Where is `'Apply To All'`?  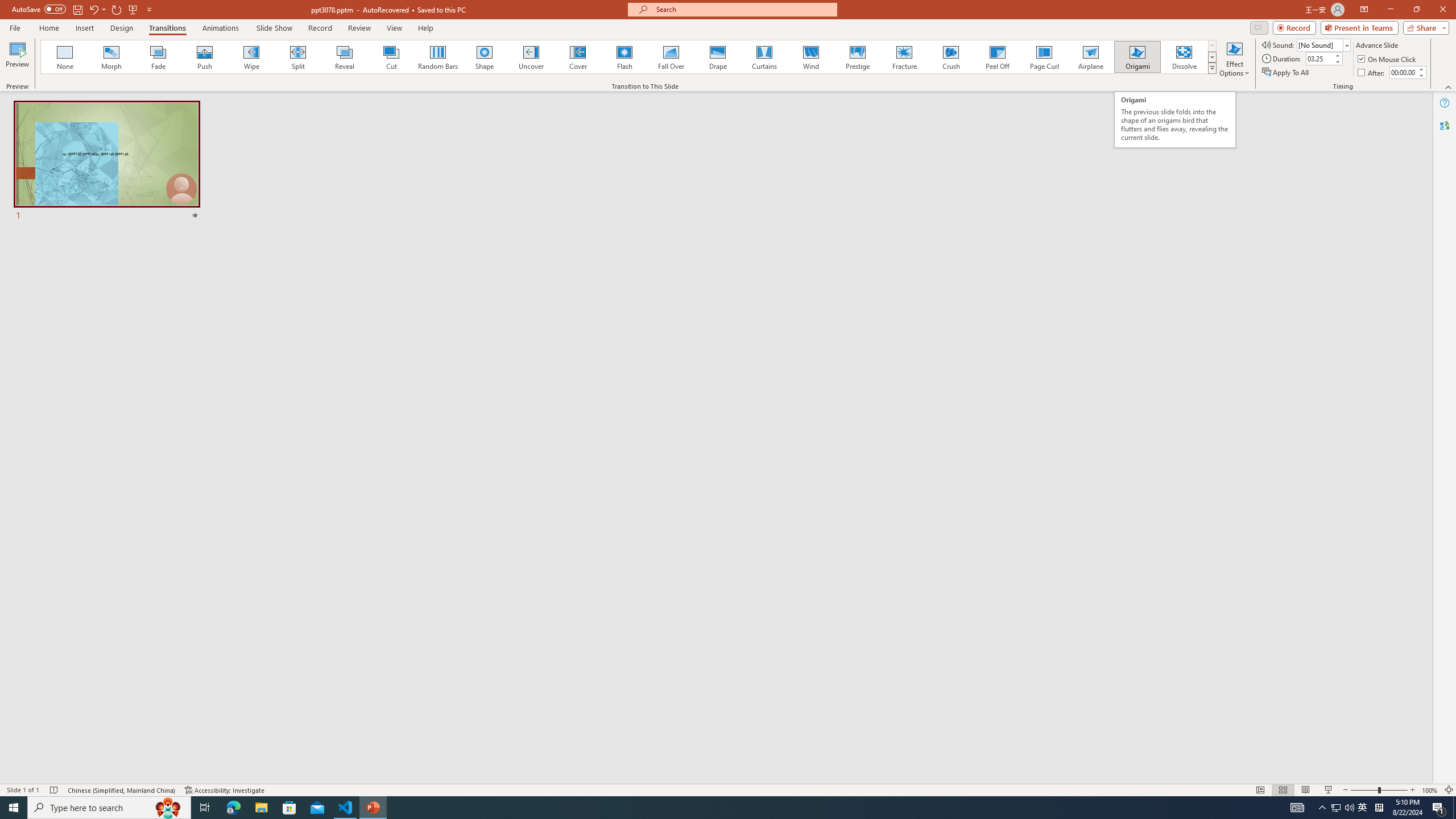
'Apply To All' is located at coordinates (1287, 72).